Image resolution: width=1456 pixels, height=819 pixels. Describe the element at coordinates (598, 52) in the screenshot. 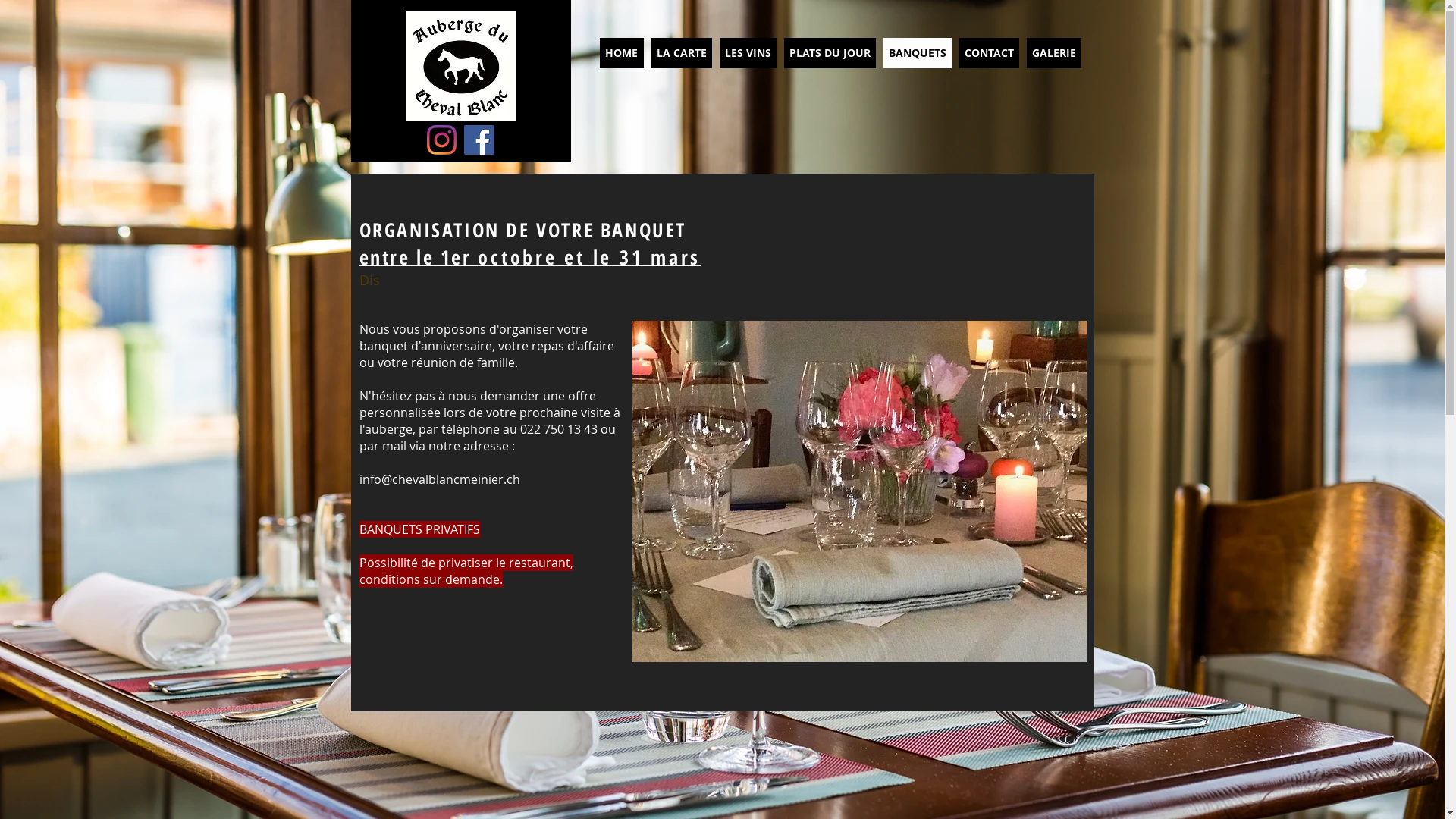

I see `'HOME'` at that location.